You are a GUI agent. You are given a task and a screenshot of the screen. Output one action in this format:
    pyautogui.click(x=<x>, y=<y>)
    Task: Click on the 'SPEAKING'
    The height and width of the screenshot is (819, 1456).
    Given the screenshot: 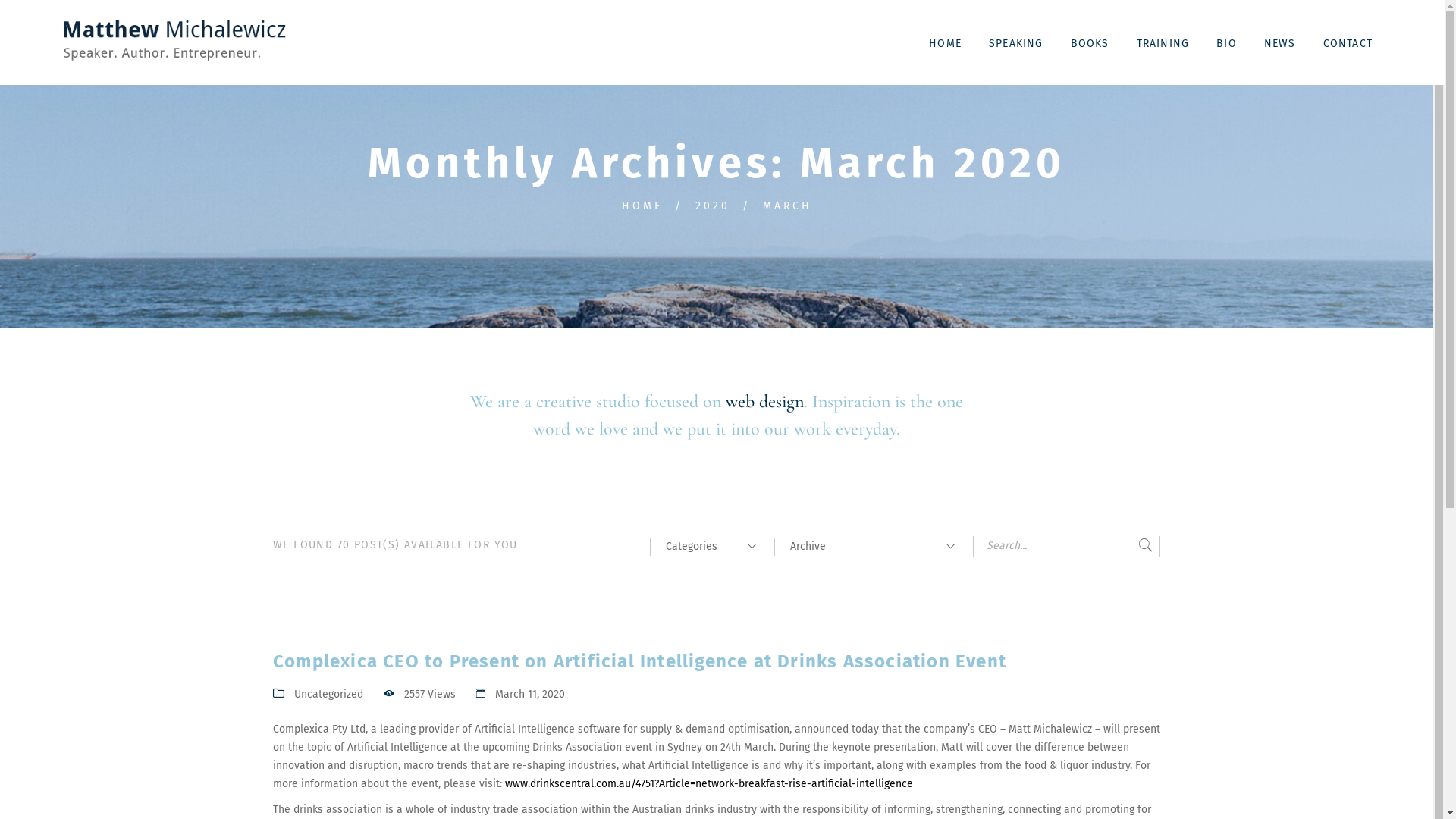 What is the action you would take?
    pyautogui.click(x=976, y=41)
    